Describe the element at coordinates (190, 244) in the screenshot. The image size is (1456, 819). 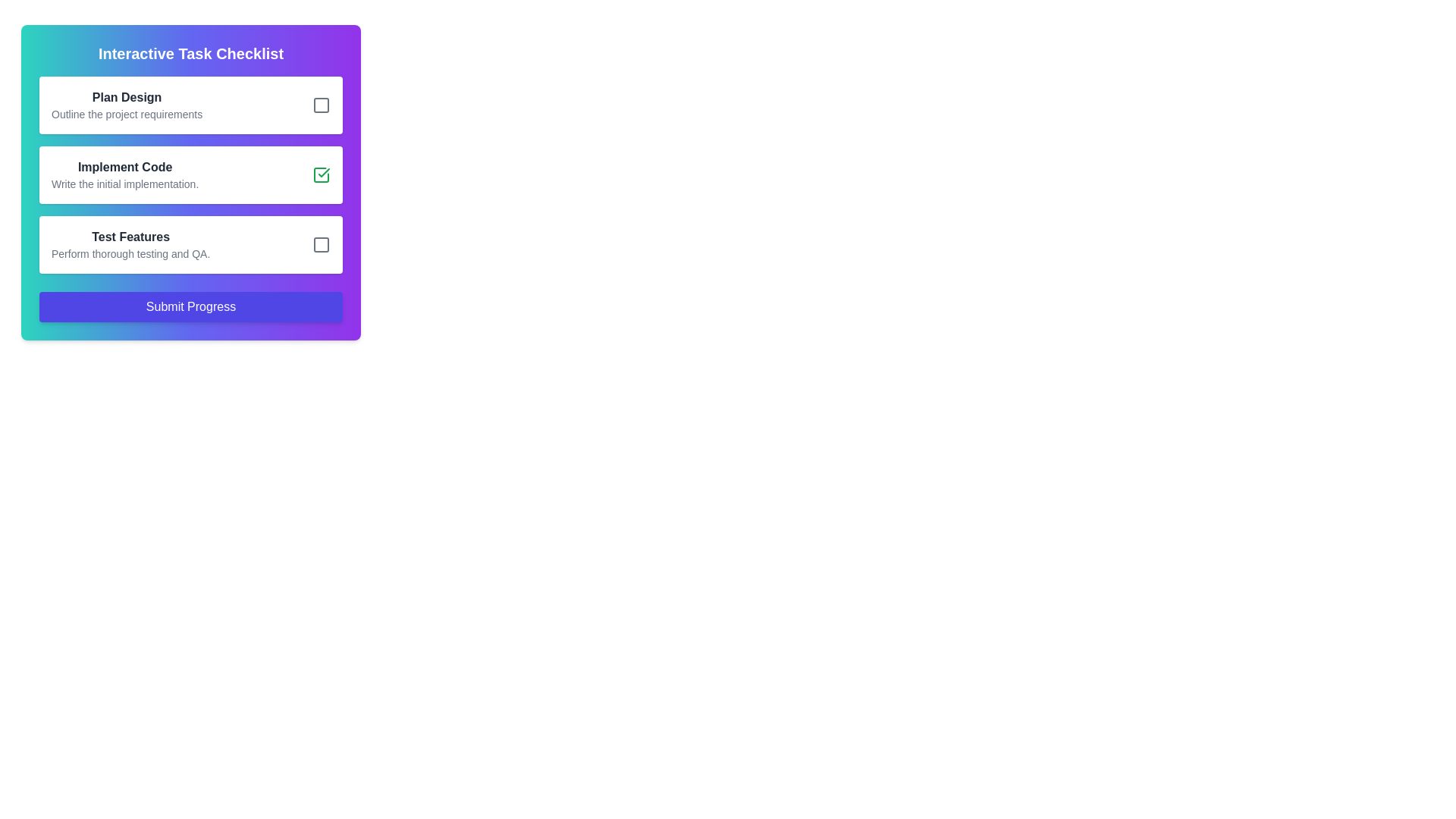
I see `the Task card with the title 'Test Features'` at that location.